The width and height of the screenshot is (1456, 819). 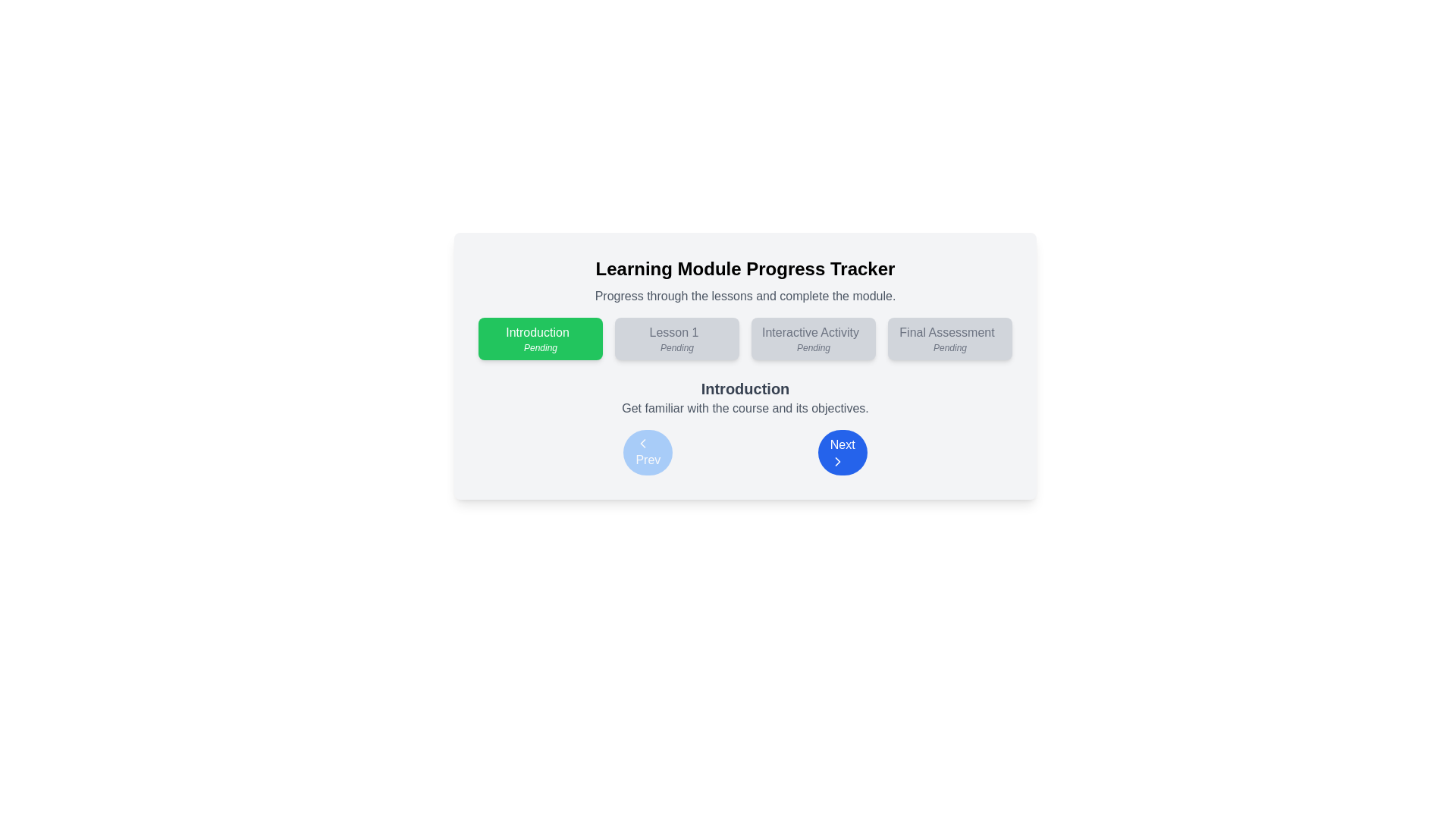 What do you see at coordinates (541, 338) in the screenshot?
I see `the green rectangular button labeled 'Introduction' with a smaller italicized label 'Pending'` at bounding box center [541, 338].